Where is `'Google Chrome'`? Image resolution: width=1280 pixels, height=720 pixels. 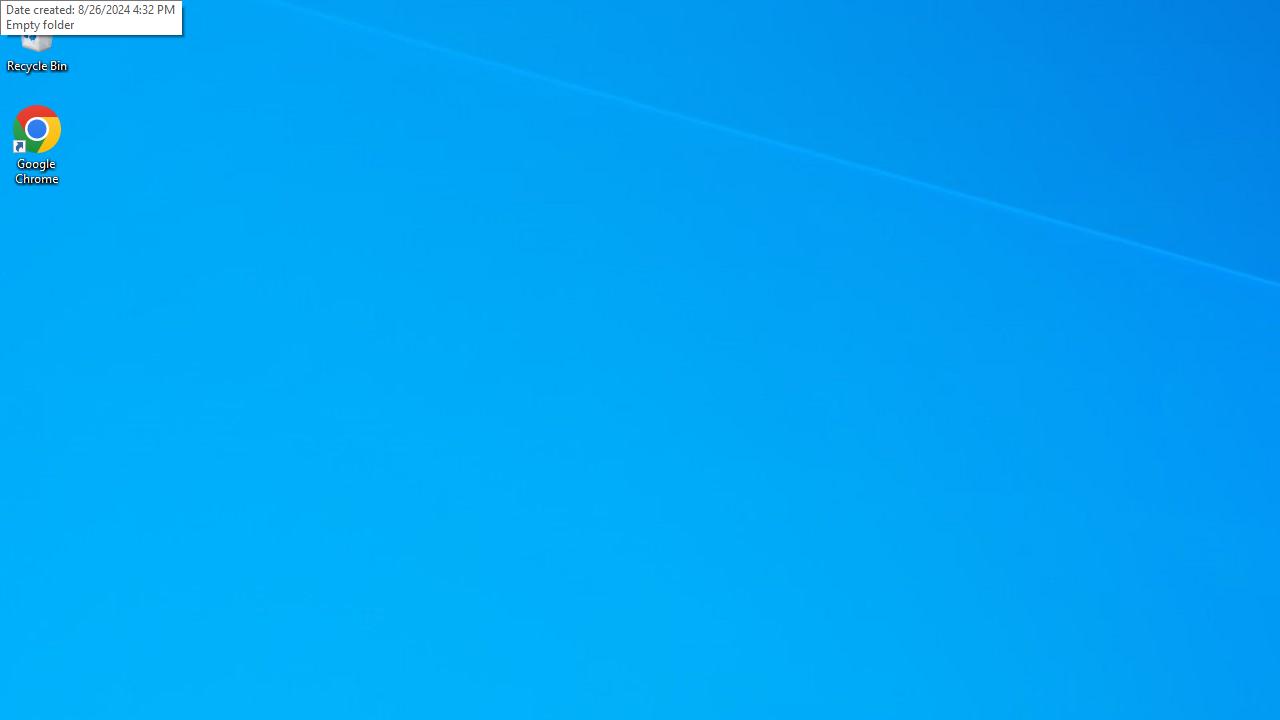
'Google Chrome' is located at coordinates (37, 144).